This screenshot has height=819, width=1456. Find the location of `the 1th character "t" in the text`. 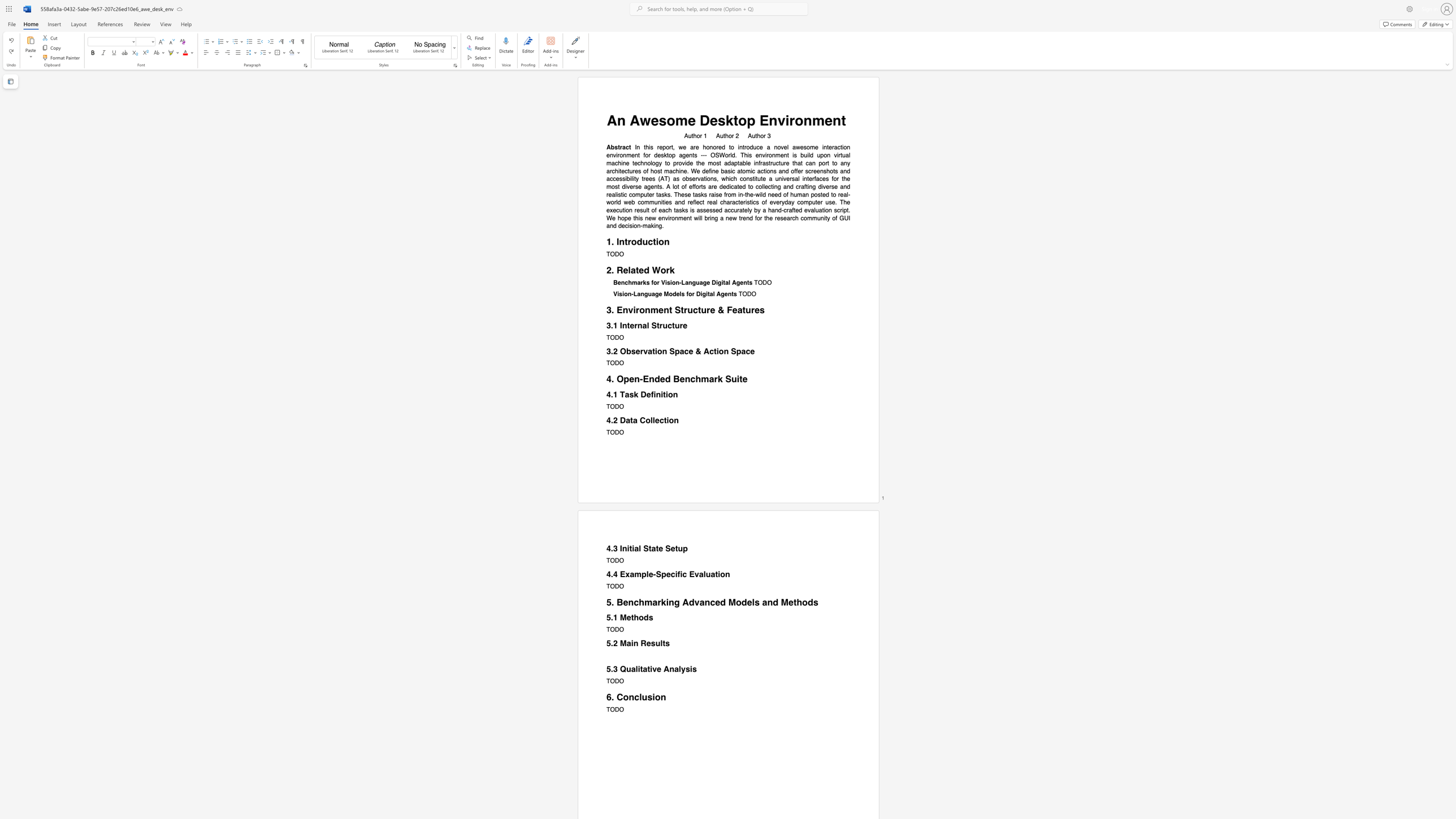

the 1th character "t" in the text is located at coordinates (637, 270).